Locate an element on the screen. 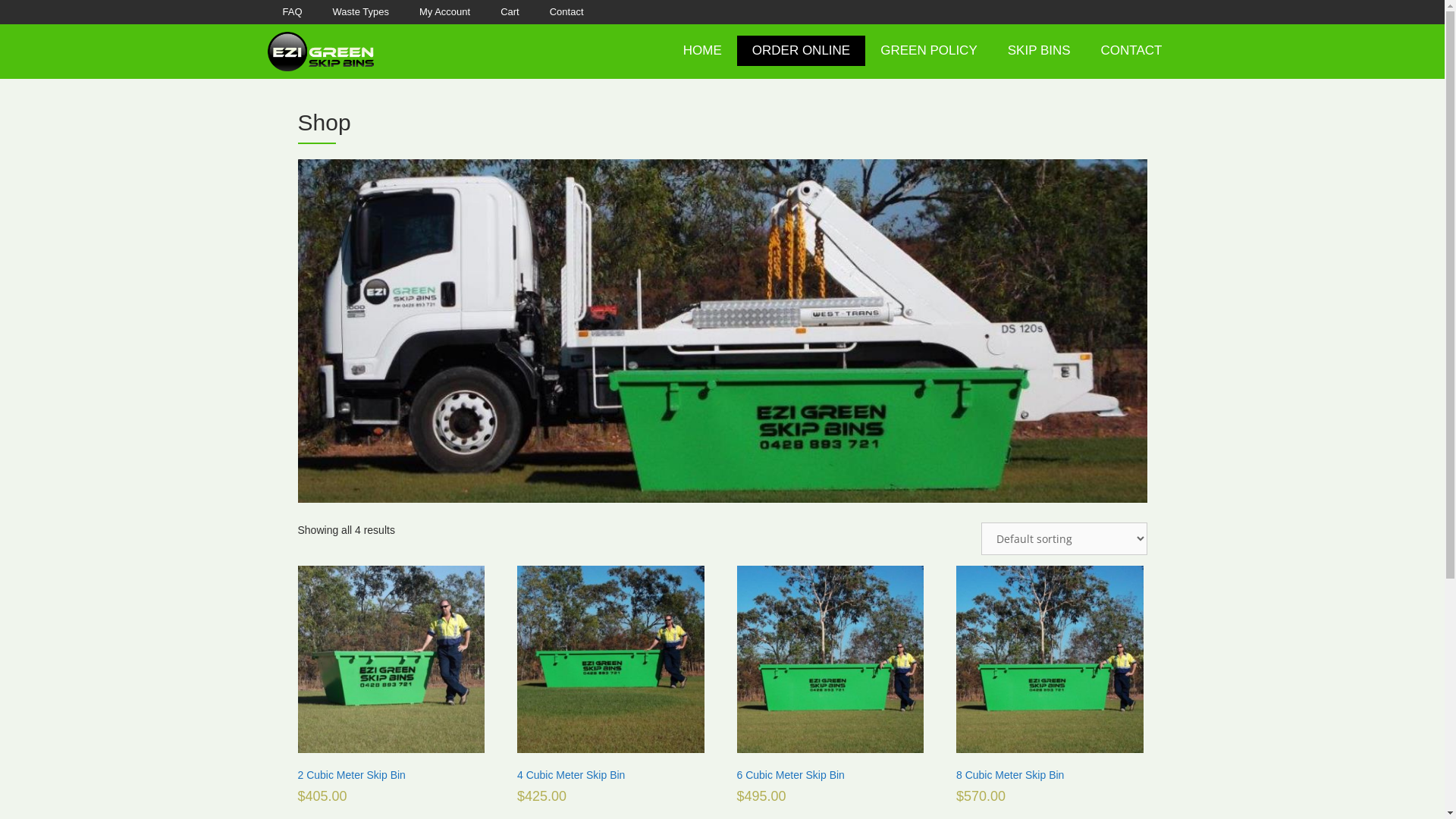 This screenshot has width=1456, height=819. 'CONTACT' is located at coordinates (1131, 49).